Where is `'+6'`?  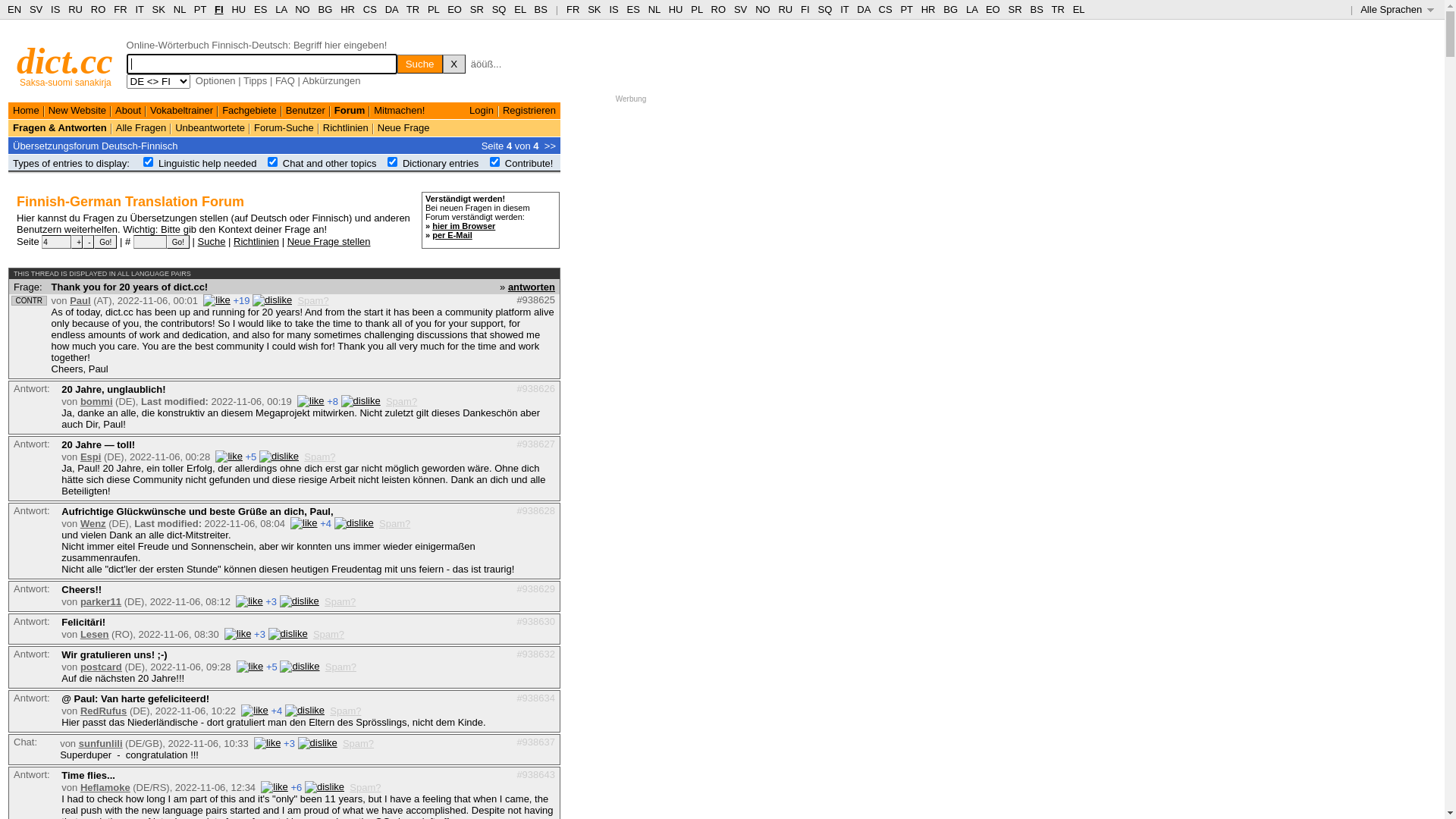
'+6' is located at coordinates (296, 786).